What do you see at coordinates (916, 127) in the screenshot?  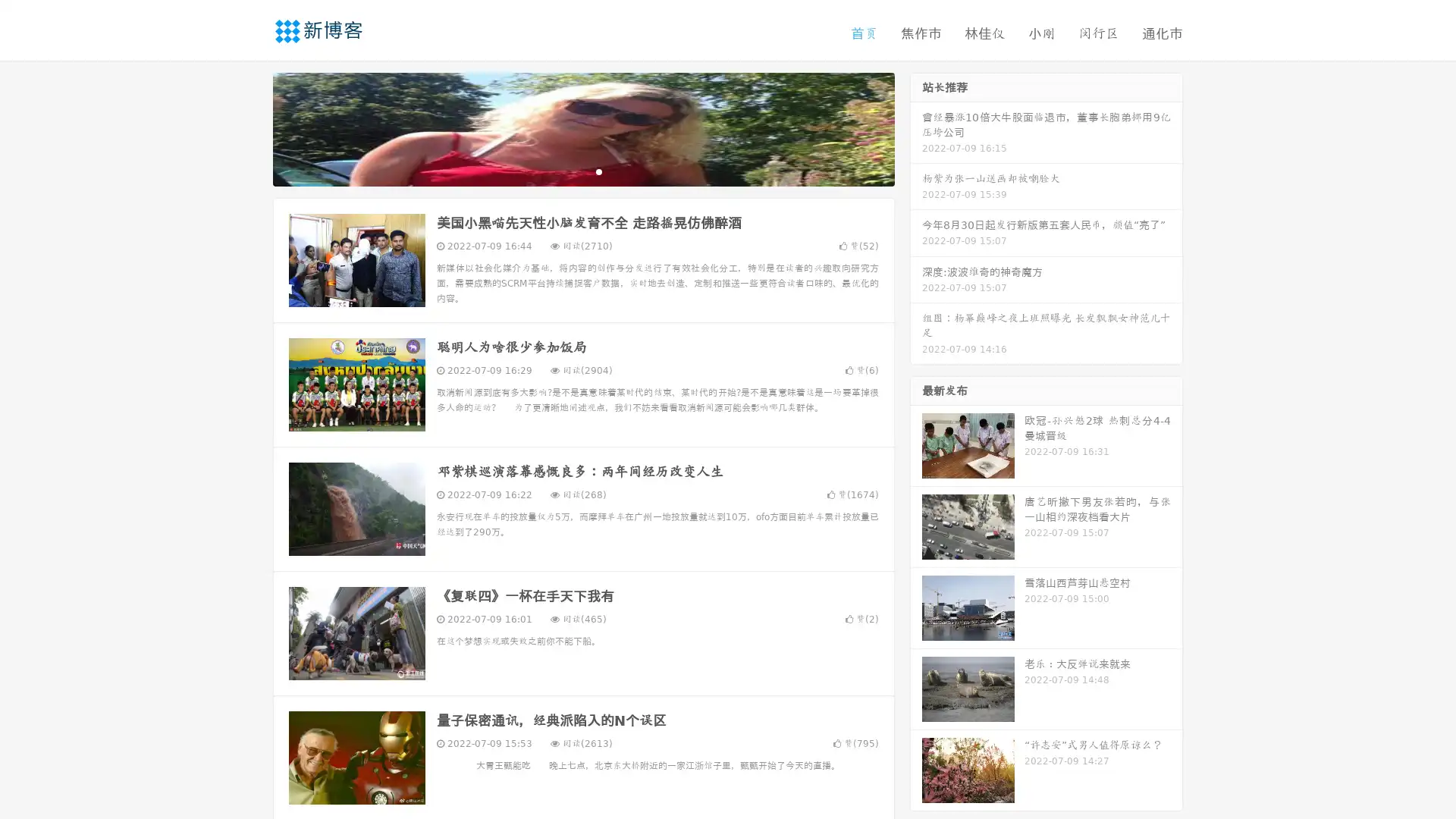 I see `Next slide` at bounding box center [916, 127].